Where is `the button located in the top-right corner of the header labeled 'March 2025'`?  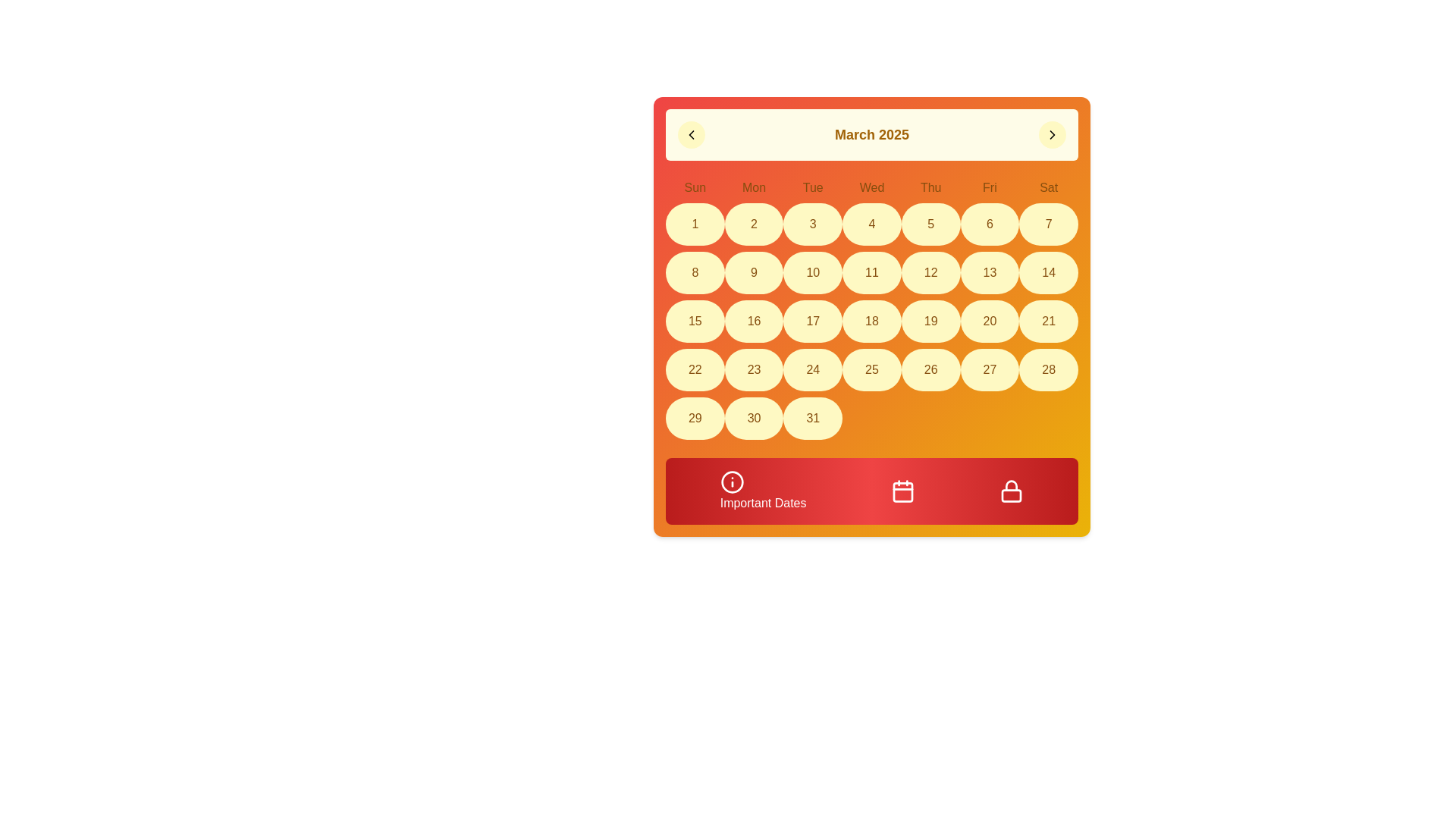 the button located in the top-right corner of the header labeled 'March 2025' is located at coordinates (1051, 133).